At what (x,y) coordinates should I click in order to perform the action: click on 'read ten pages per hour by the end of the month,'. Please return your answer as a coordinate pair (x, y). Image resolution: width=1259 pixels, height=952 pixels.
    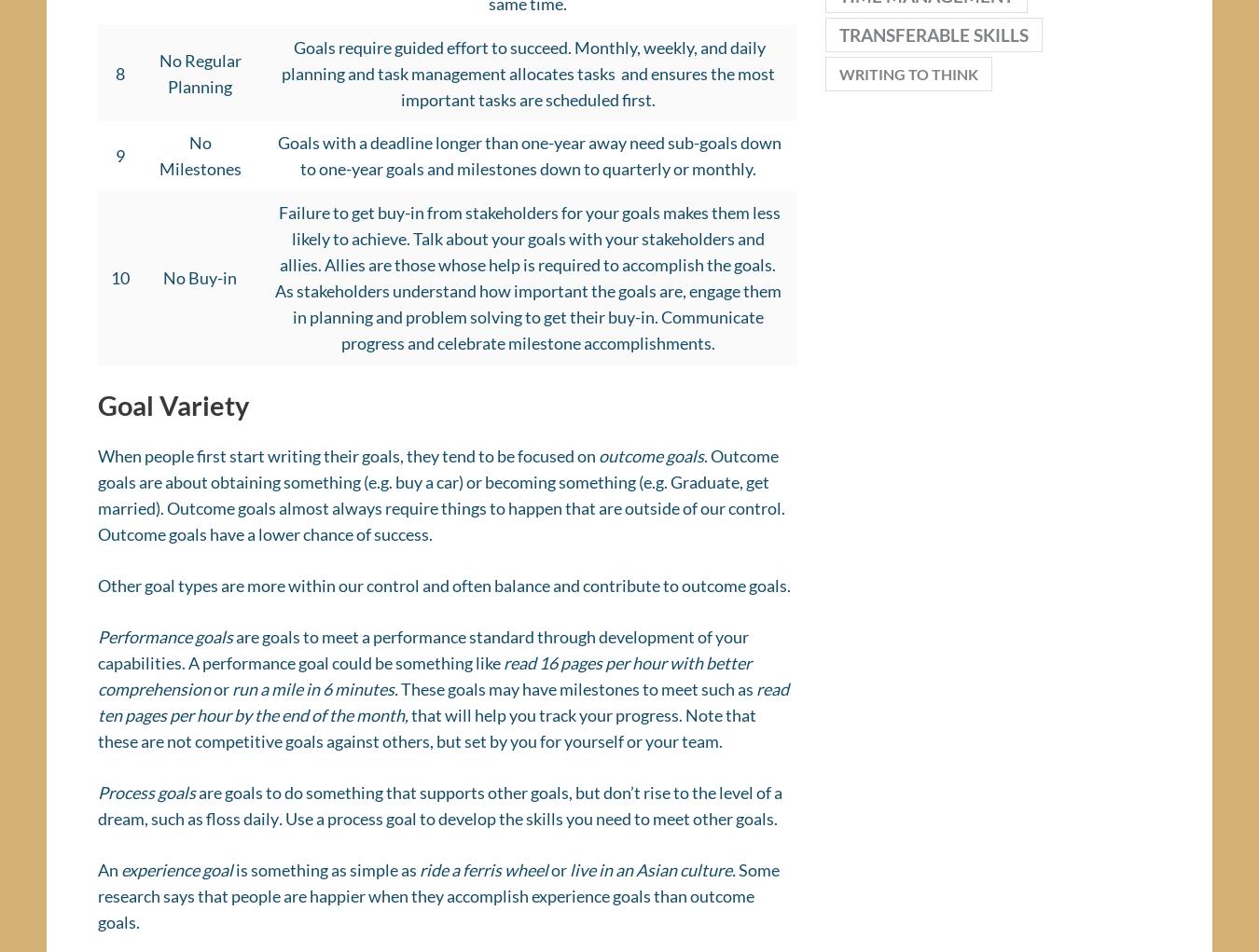
    Looking at the image, I should click on (442, 708).